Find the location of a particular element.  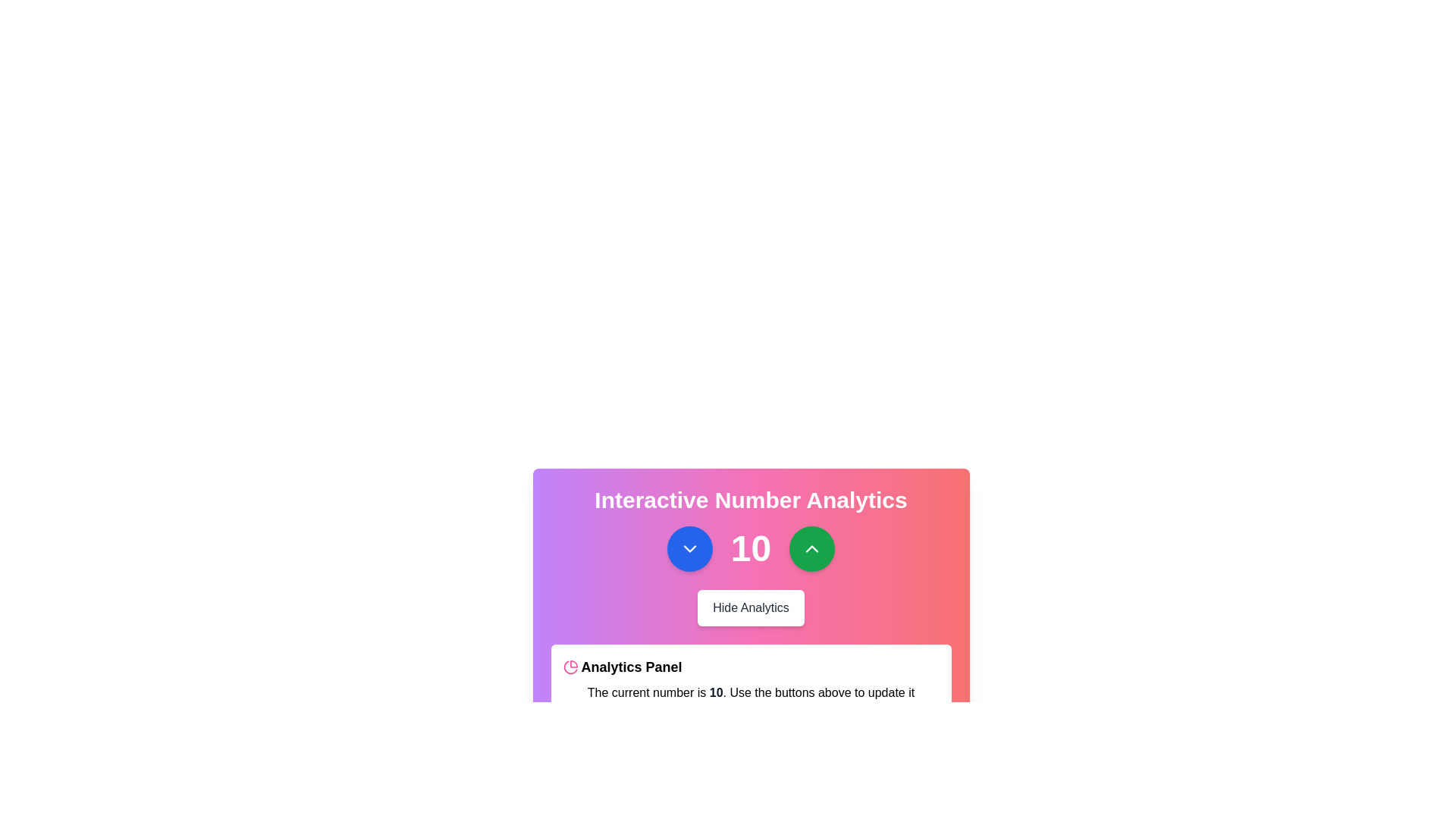

the 'Hide Analytics' button, which is a rectangular button with rounded corners and a slight shadow, located centrally below the numeric display and circular buttons is located at coordinates (751, 607).